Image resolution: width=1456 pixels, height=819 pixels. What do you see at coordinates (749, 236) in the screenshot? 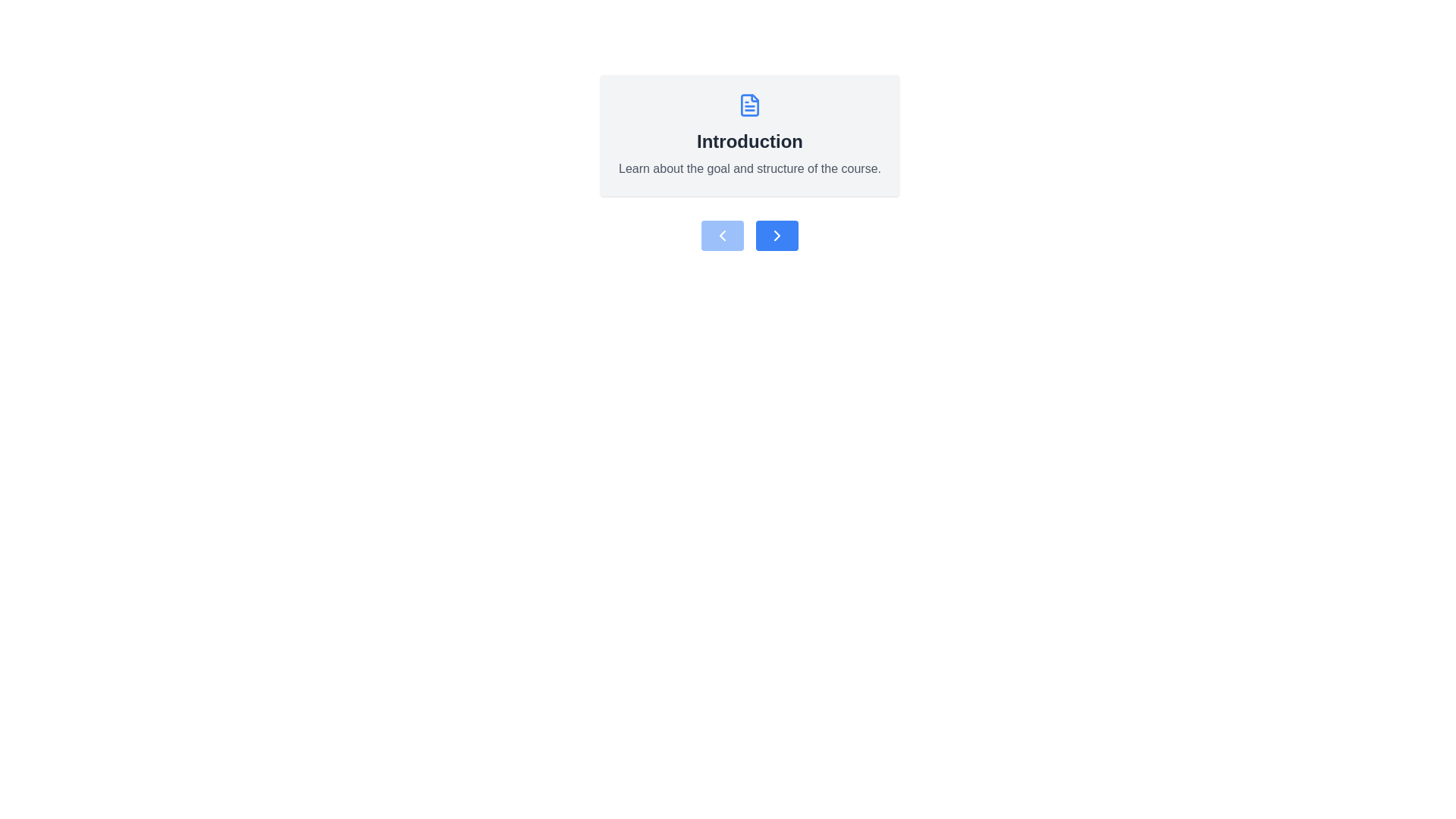
I see `the navigation control pair located below the 'Introduction' section` at bounding box center [749, 236].